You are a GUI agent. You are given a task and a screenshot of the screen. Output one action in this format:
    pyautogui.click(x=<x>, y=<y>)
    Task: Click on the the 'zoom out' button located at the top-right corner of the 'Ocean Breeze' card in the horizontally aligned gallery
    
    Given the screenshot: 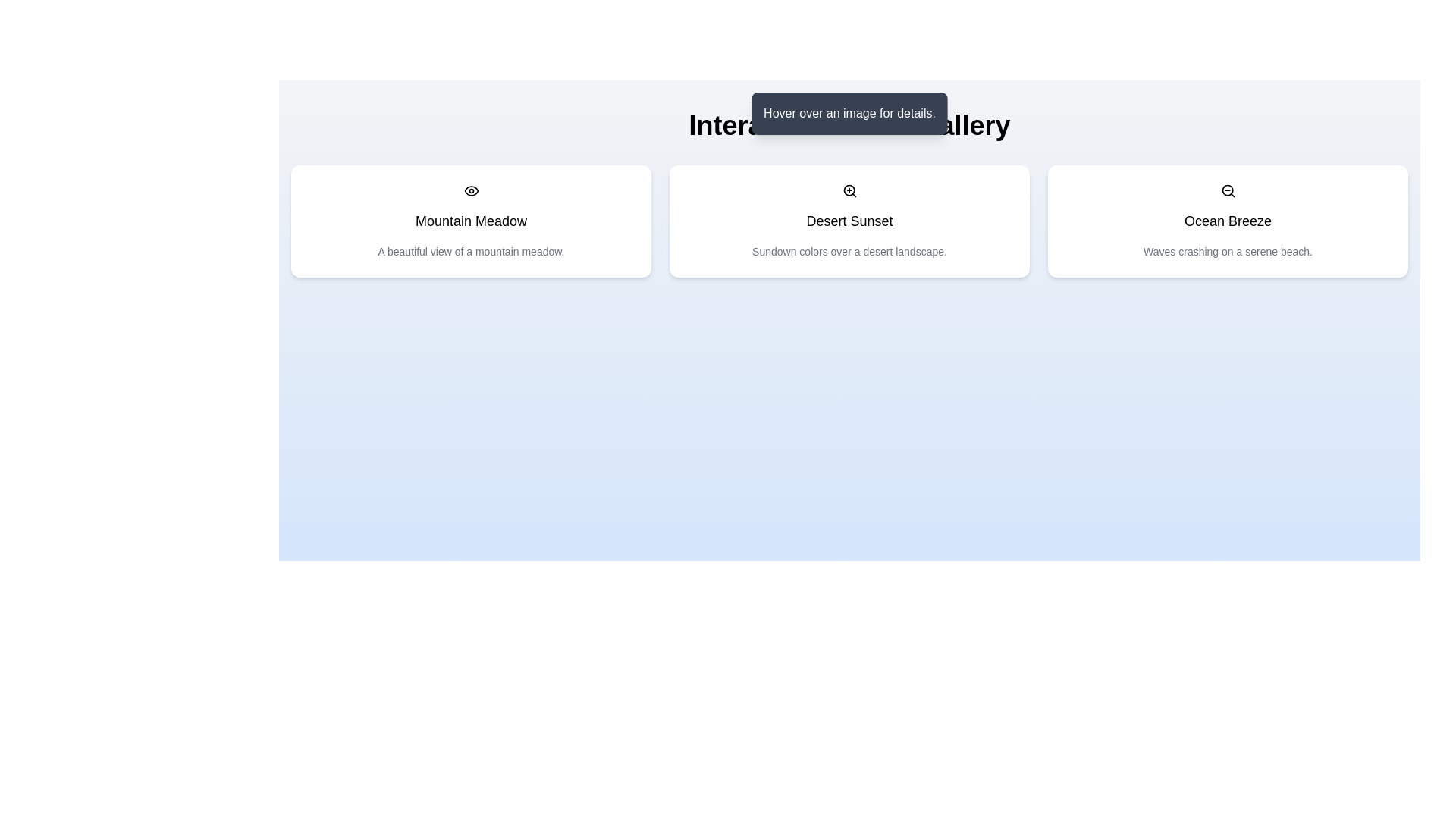 What is the action you would take?
    pyautogui.click(x=1228, y=190)
    